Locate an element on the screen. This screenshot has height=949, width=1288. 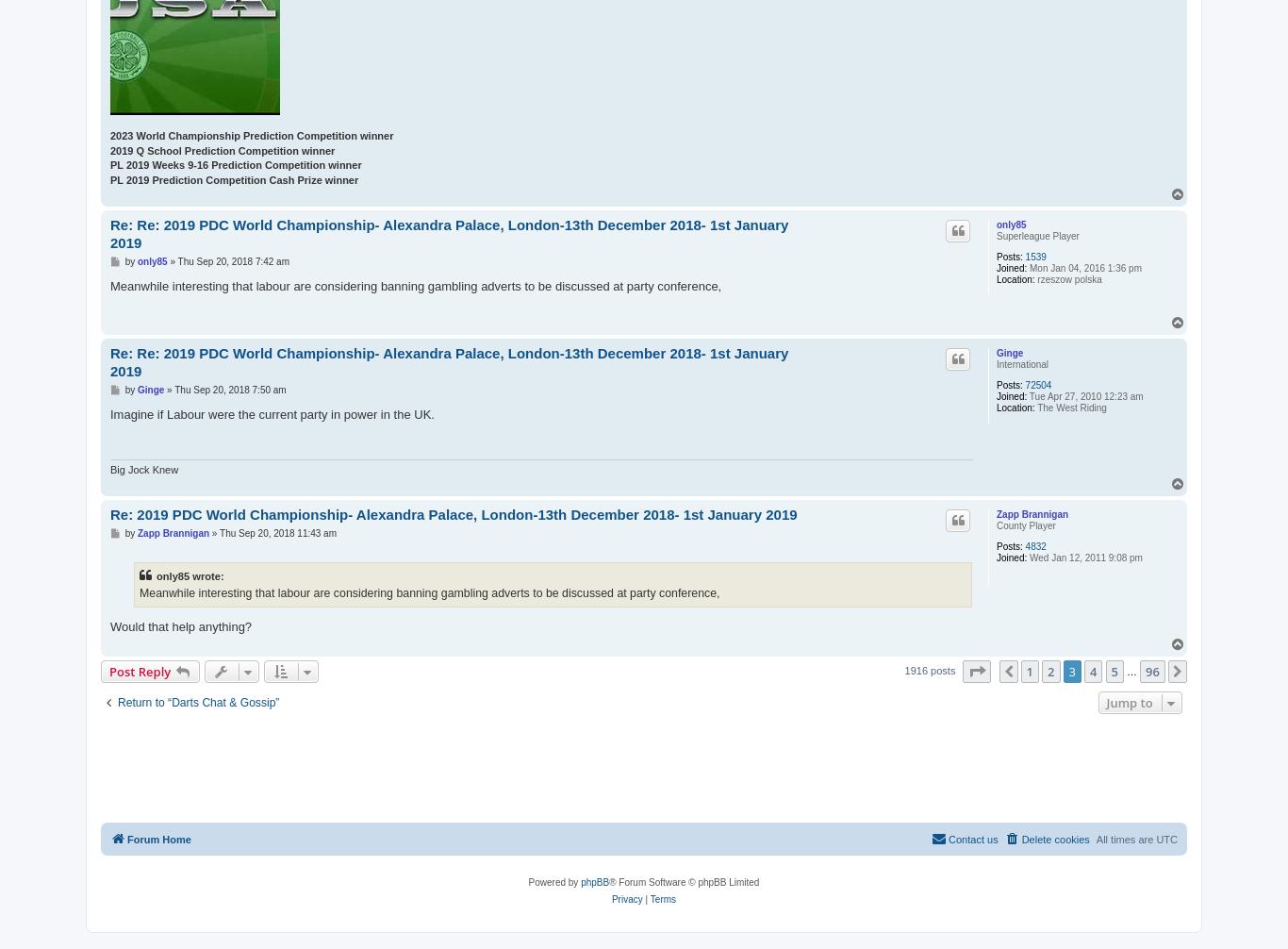
'Re: 2019 PDC World Championship- Alexandra Palace, London-13th December 2018- 1st January 2019' is located at coordinates (453, 514).